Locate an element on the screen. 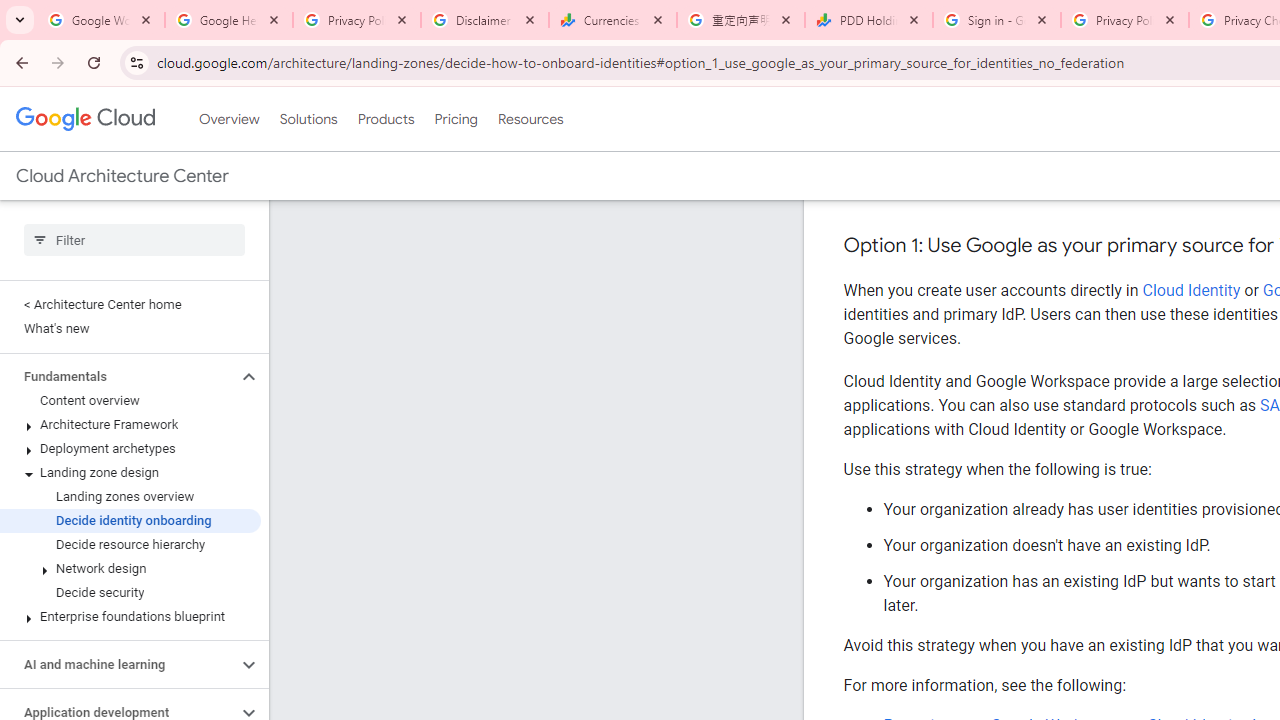  'Decide identity onboarding' is located at coordinates (129, 519).